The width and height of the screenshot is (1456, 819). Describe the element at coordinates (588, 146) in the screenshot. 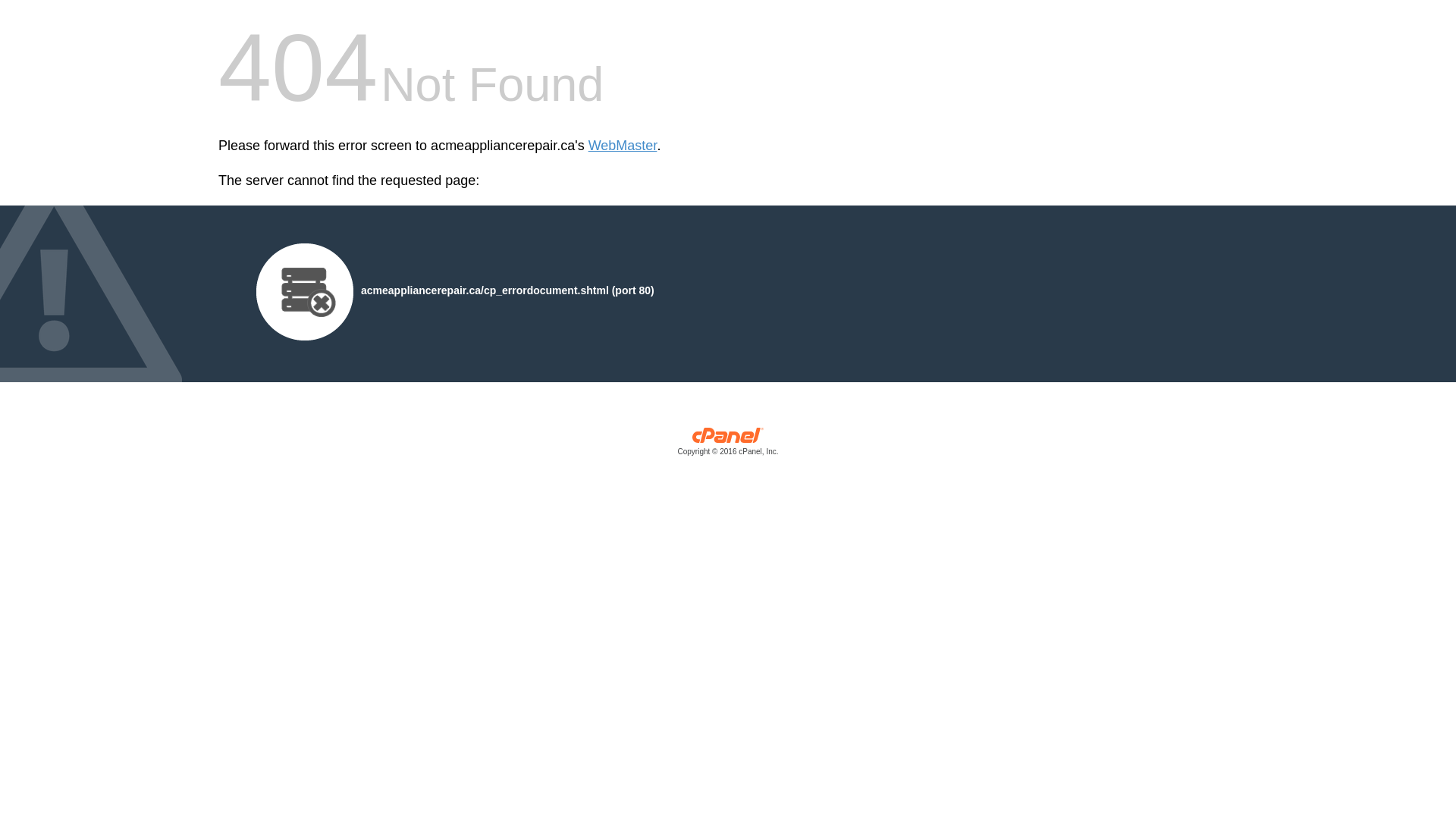

I see `'WebMaster'` at that location.